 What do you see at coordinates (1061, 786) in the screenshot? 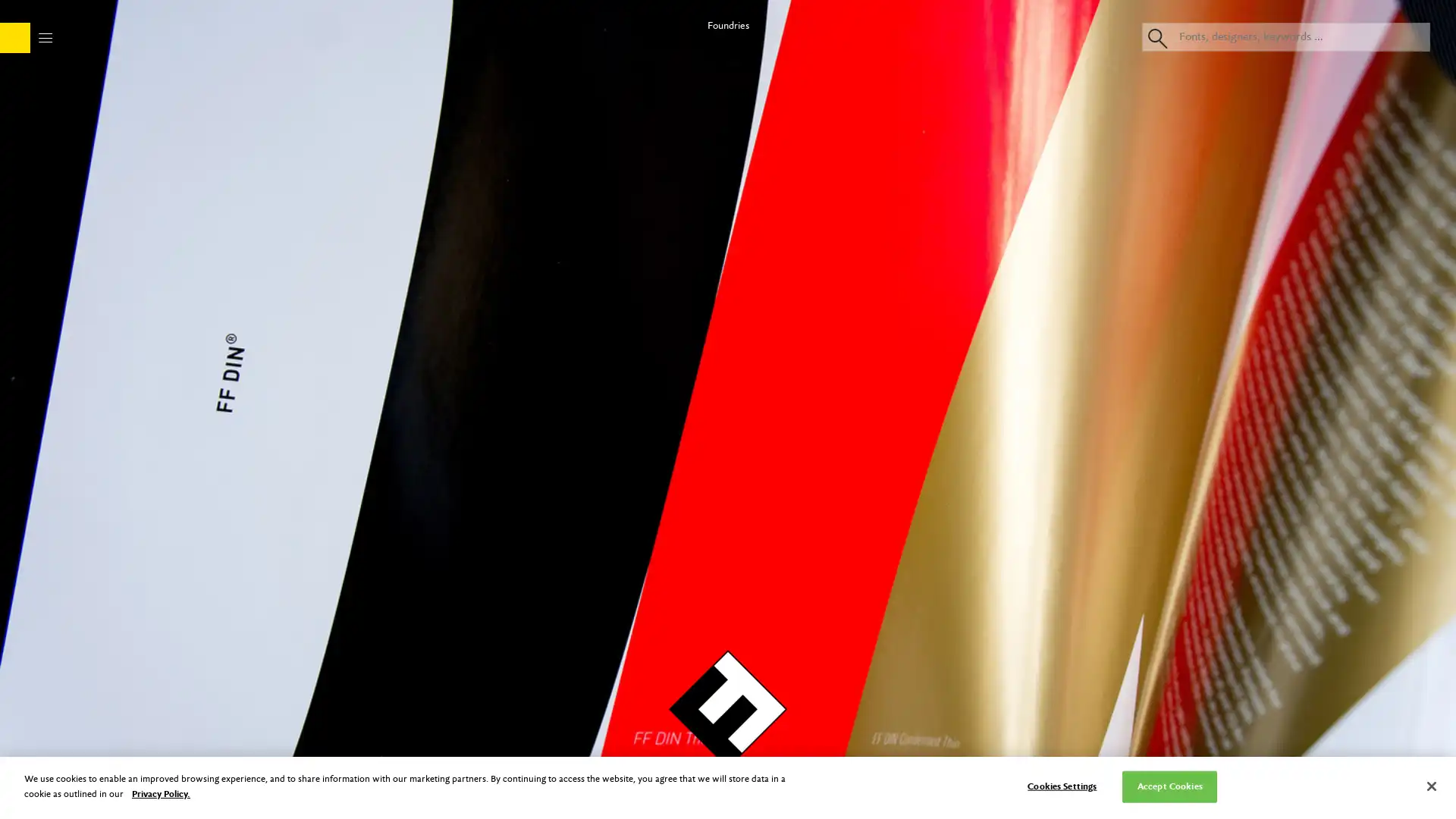
I see `Cookies Settings` at bounding box center [1061, 786].